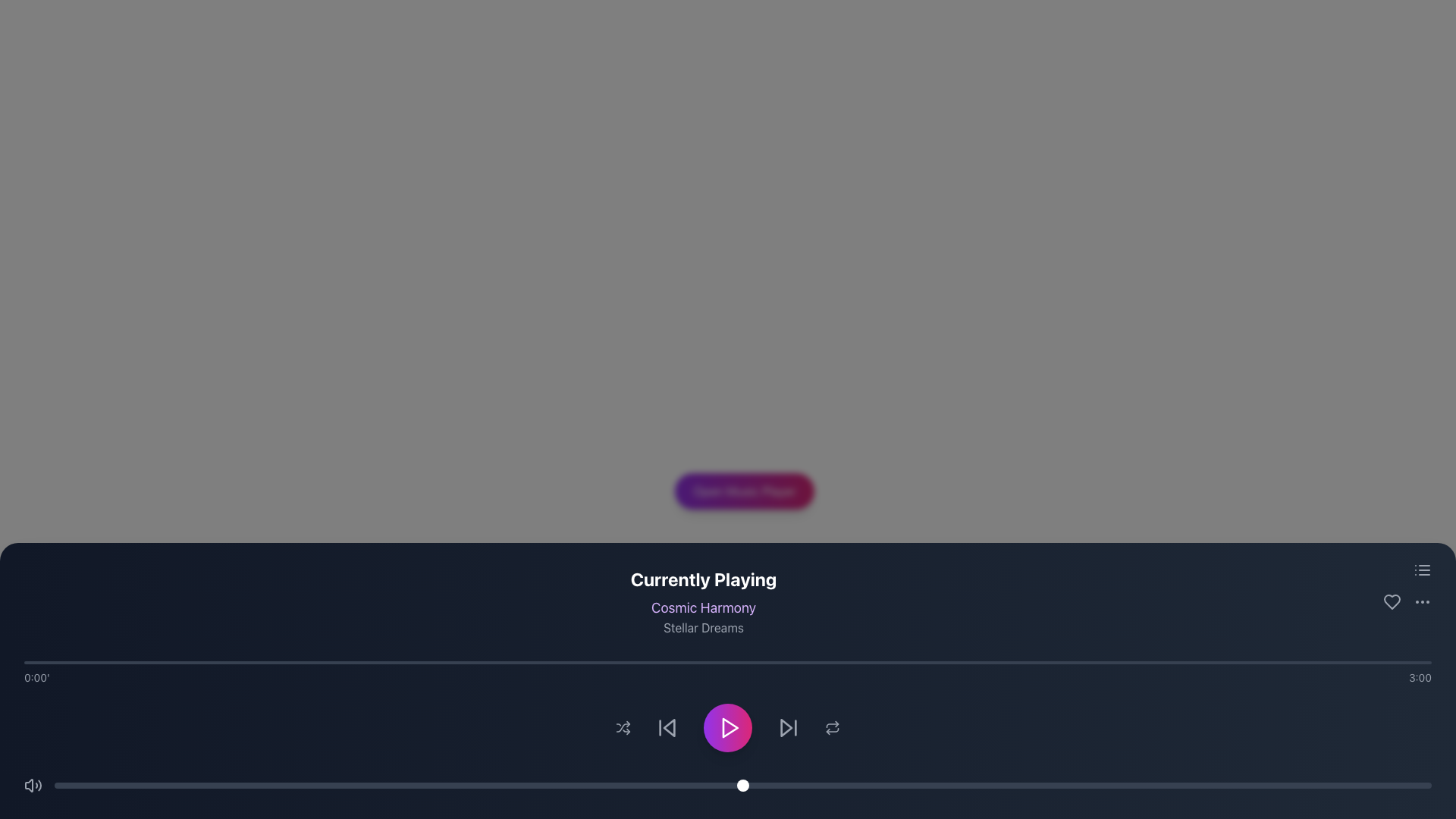 The height and width of the screenshot is (819, 1456). What do you see at coordinates (832, 727) in the screenshot?
I see `the circular gray button with a looping arrow icon located in the bottom control bar, fifth from the left` at bounding box center [832, 727].